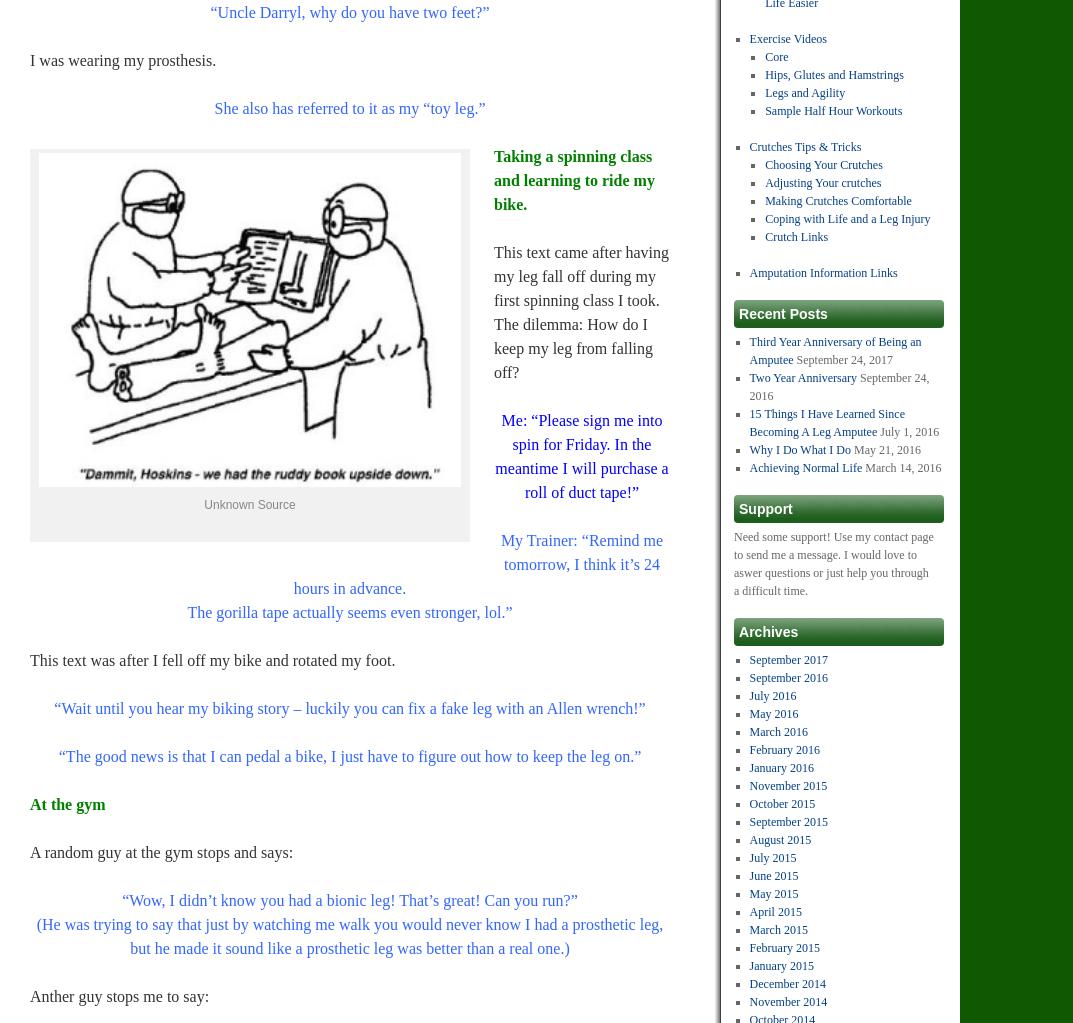 This screenshot has width=1073, height=1023. What do you see at coordinates (747, 838) in the screenshot?
I see `'August 2015'` at bounding box center [747, 838].